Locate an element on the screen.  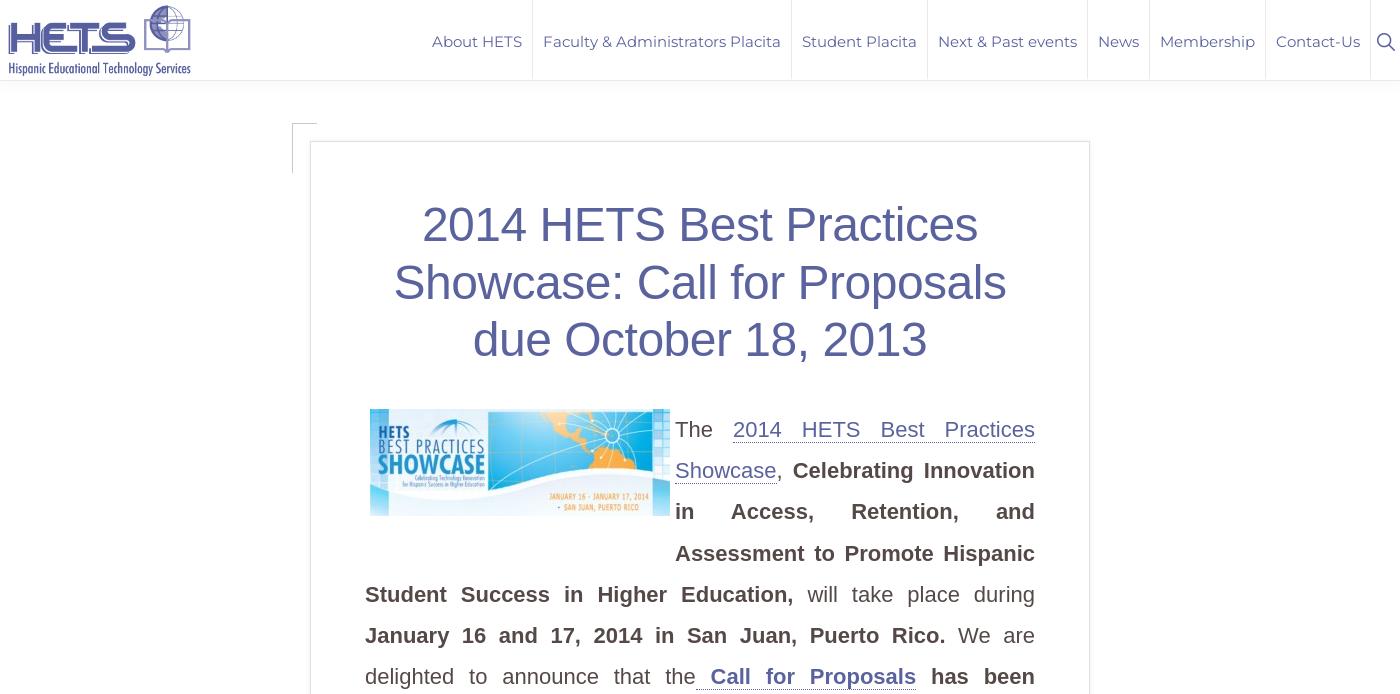
'Call for Proposals' is located at coordinates (804, 675).